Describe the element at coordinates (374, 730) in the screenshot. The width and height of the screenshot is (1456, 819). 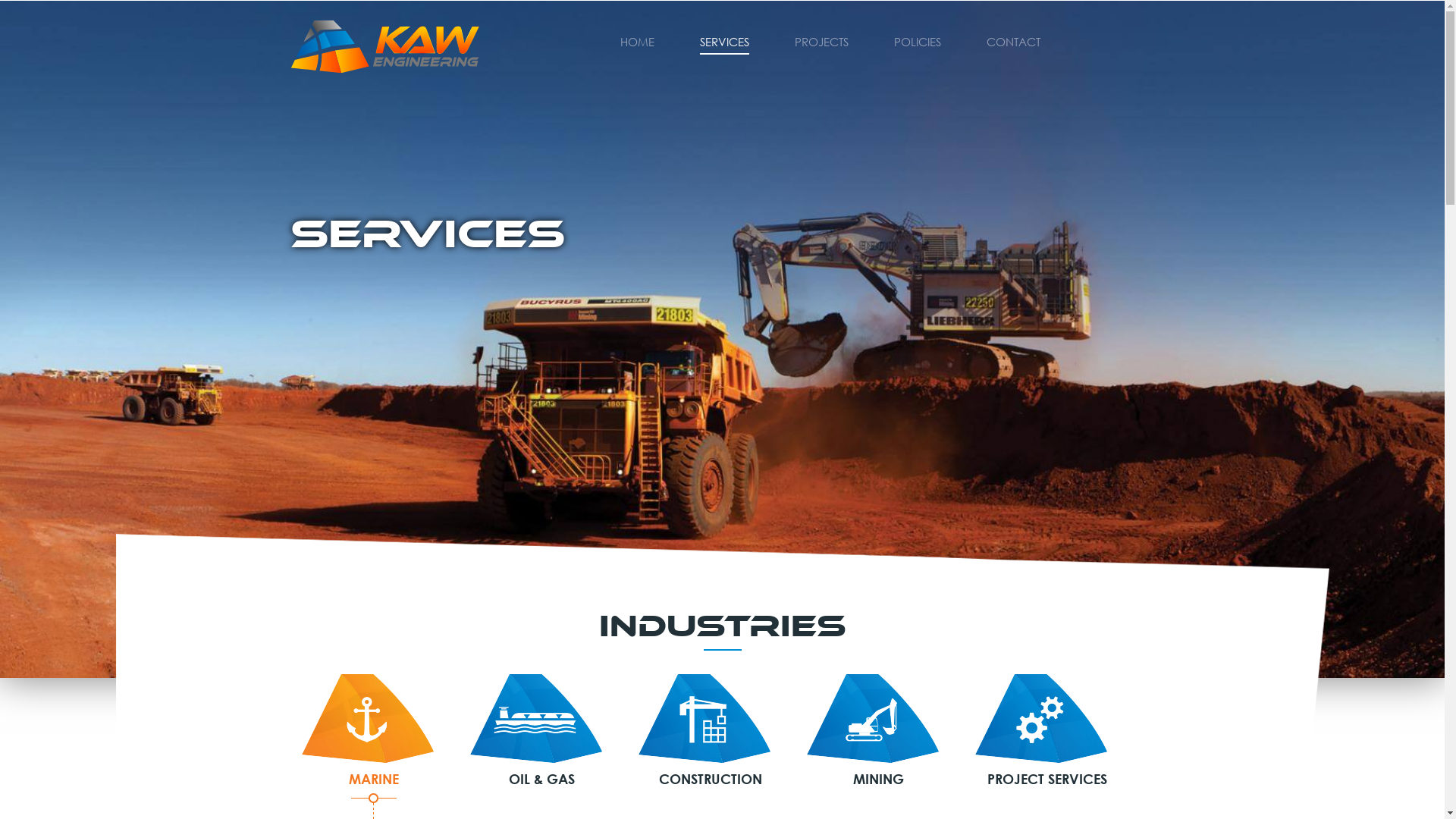
I see `'MARINE'` at that location.